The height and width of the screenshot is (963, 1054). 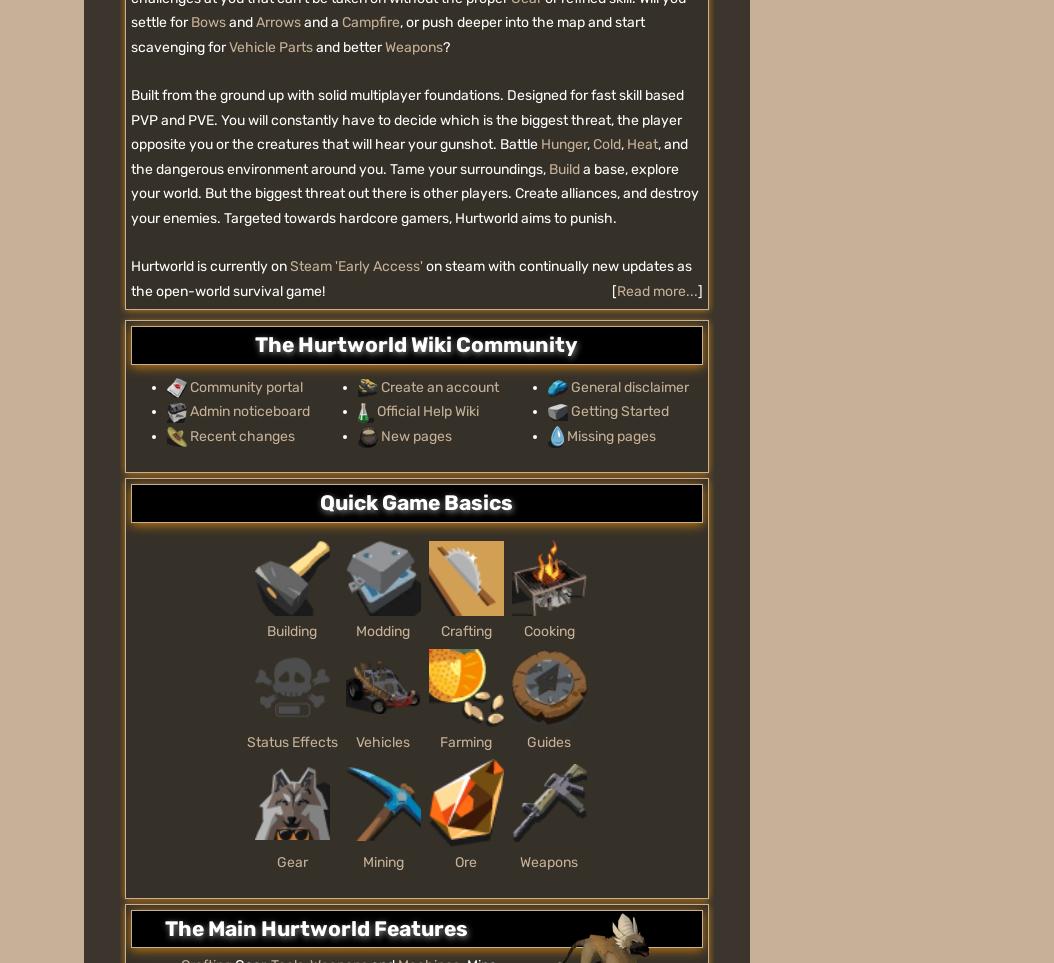 I want to click on 'Global Sitemap', so click(x=478, y=373).